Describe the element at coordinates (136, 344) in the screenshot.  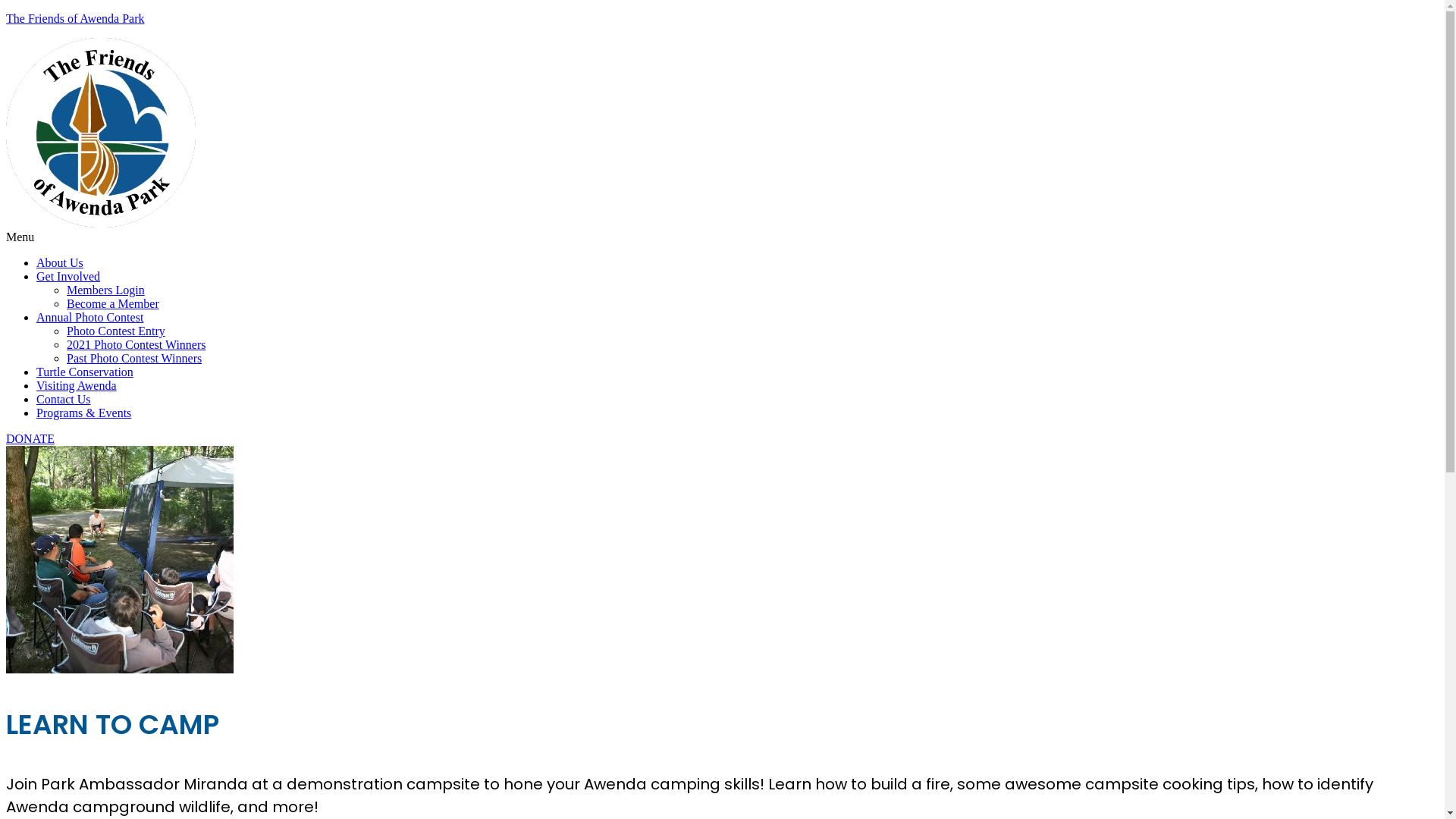
I see `'2021 Photo Contest Winners'` at that location.